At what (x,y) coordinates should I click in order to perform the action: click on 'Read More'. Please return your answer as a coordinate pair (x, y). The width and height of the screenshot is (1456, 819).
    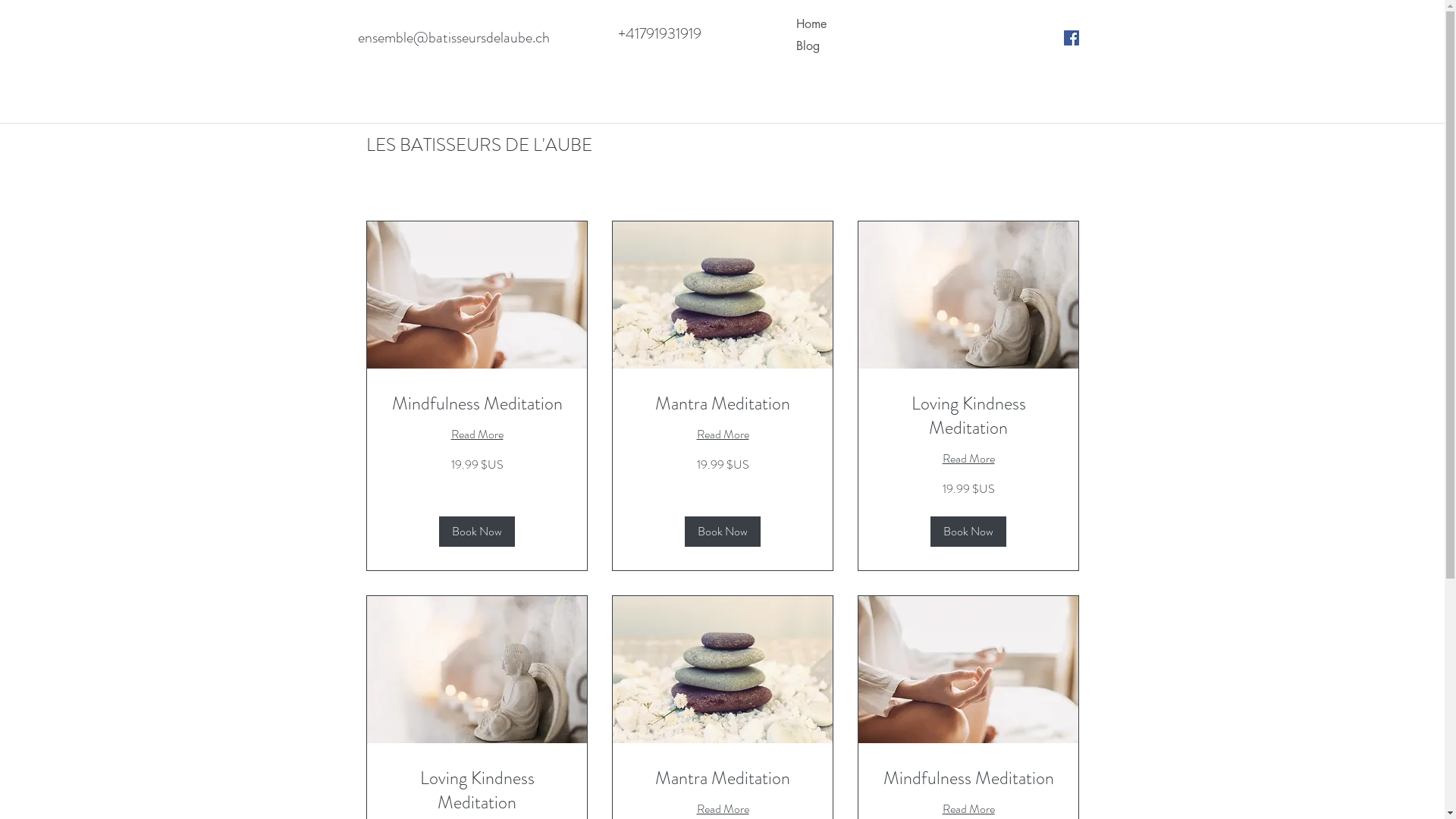
    Looking at the image, I should click on (475, 435).